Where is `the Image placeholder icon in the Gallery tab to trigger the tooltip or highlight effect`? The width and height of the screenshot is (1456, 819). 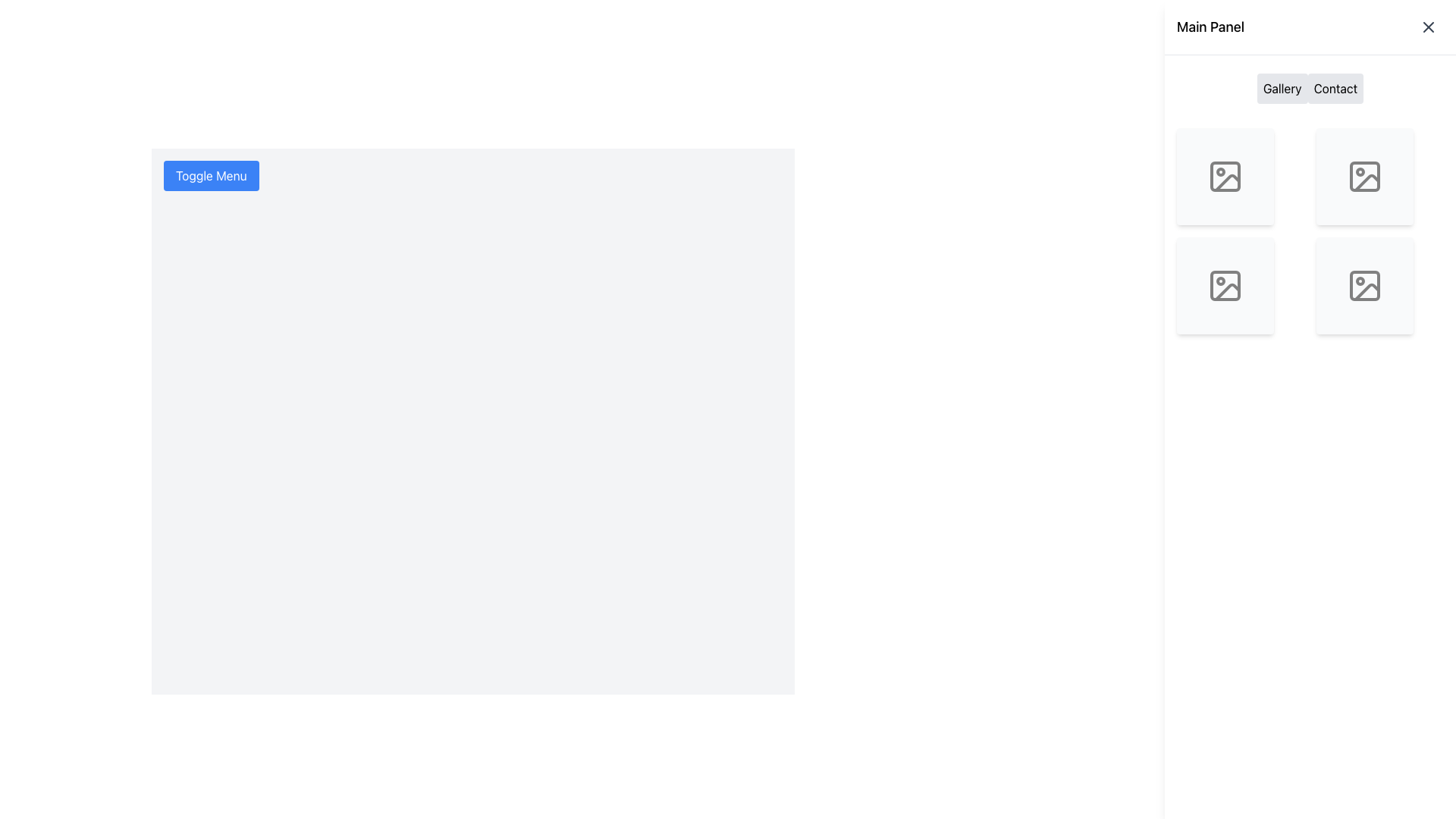
the Image placeholder icon in the Gallery tab to trigger the tooltip or highlight effect is located at coordinates (1225, 175).